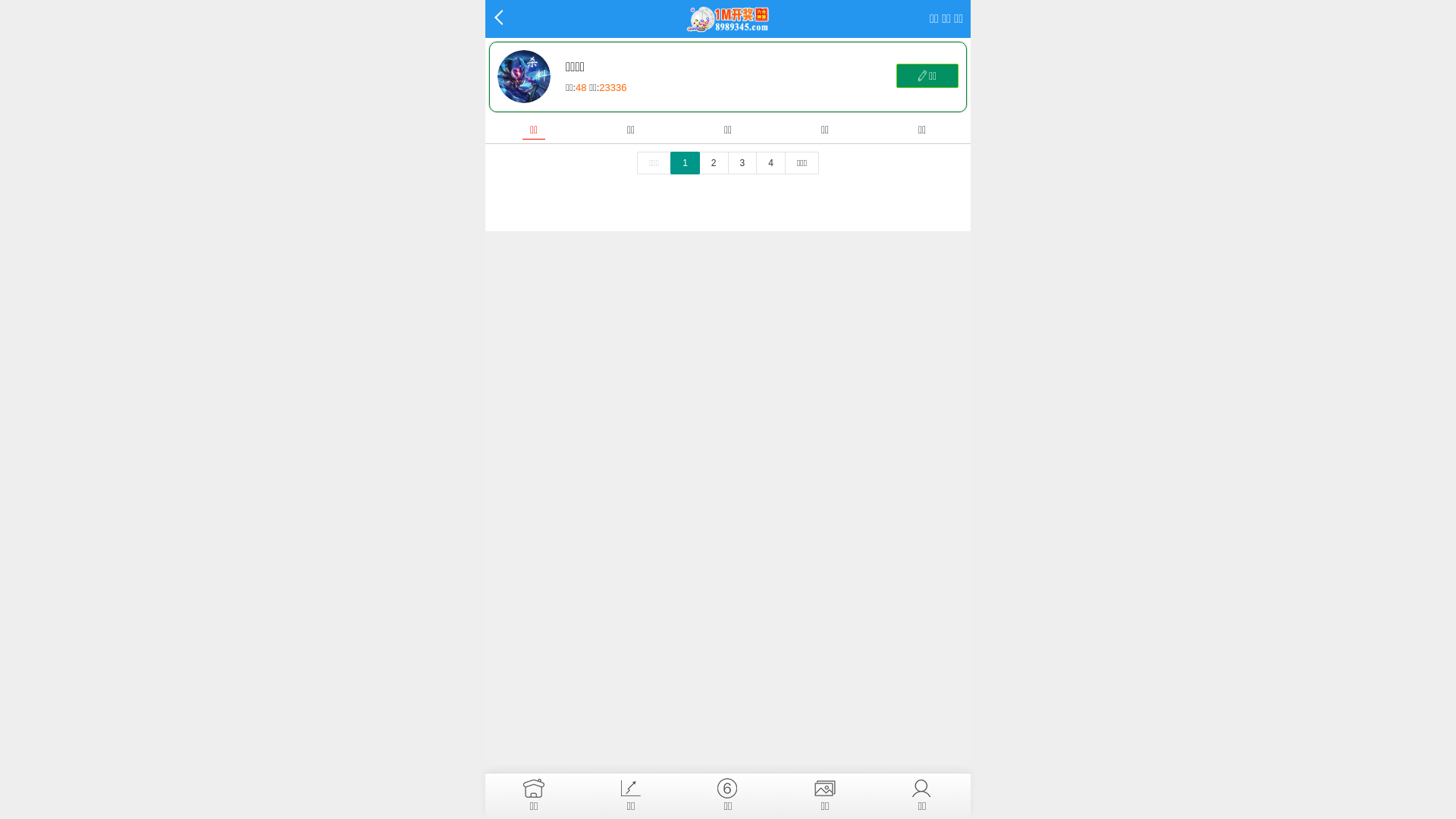 The width and height of the screenshot is (1456, 819). What do you see at coordinates (713, 163) in the screenshot?
I see `'2'` at bounding box center [713, 163].